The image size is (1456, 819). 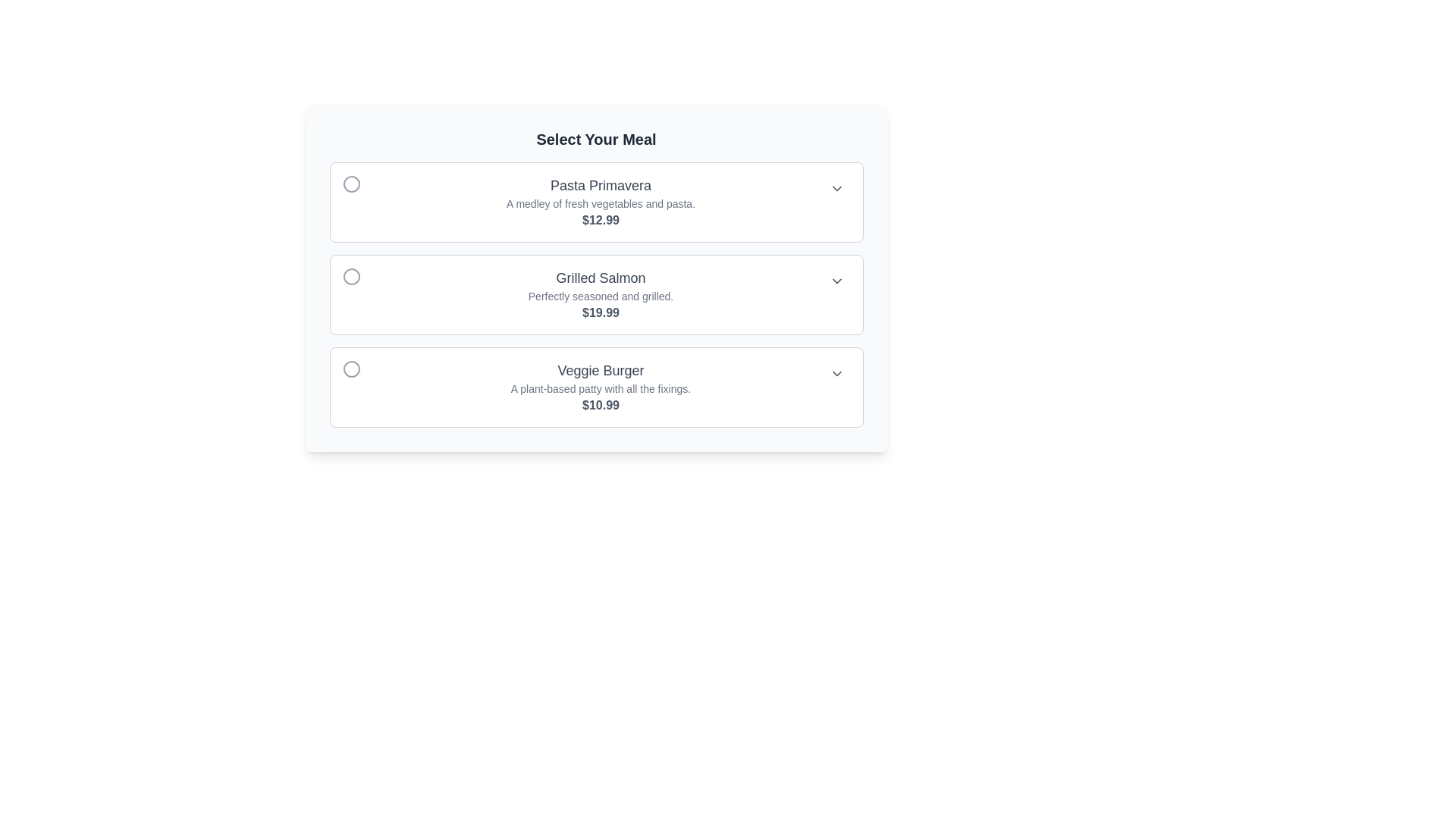 I want to click on the circular radiobutton for the 'Veggie Burger' option, so click(x=350, y=369).